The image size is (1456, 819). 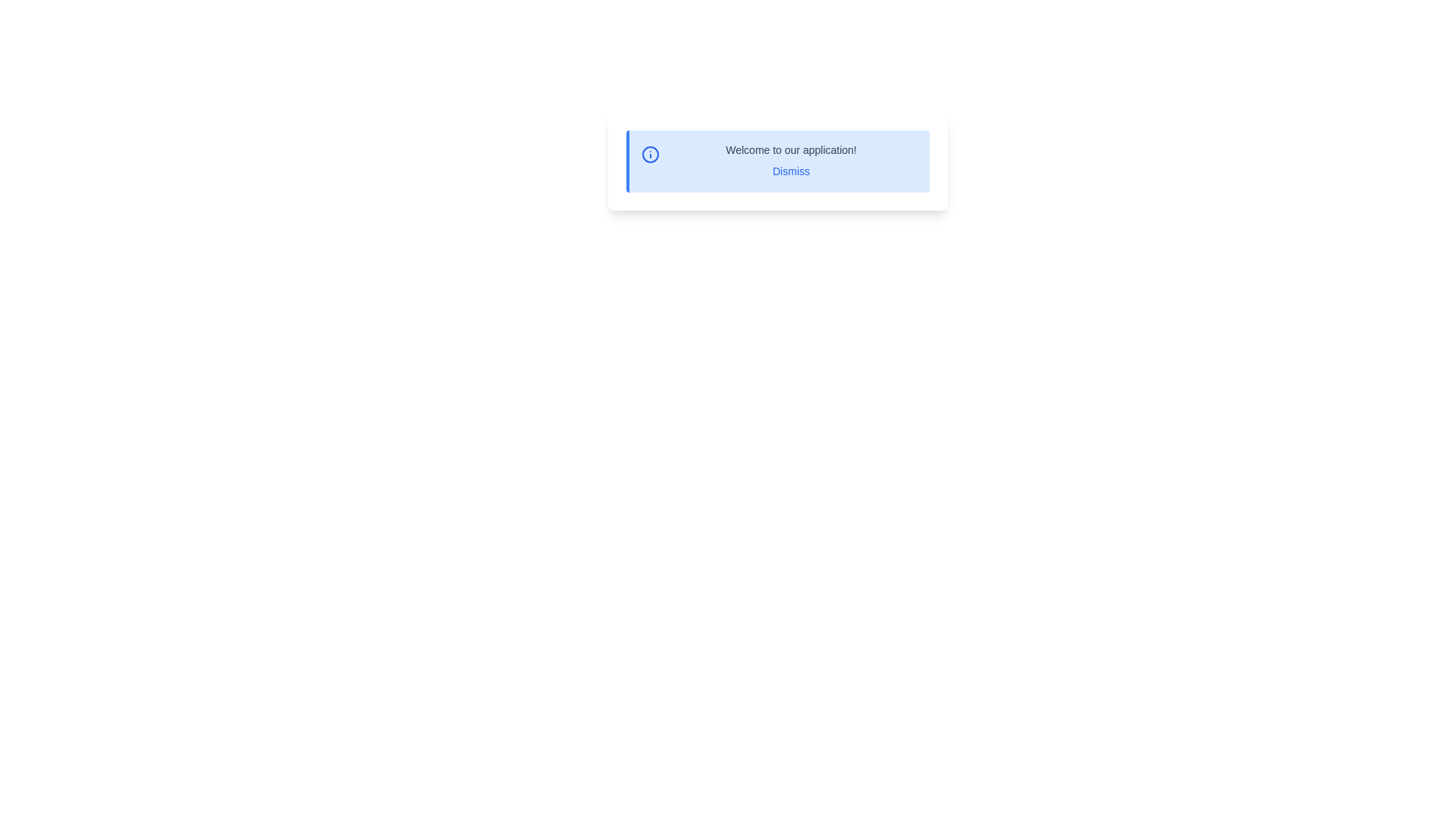 I want to click on the 'Dismiss' link in the Notification message box, so click(x=777, y=161).